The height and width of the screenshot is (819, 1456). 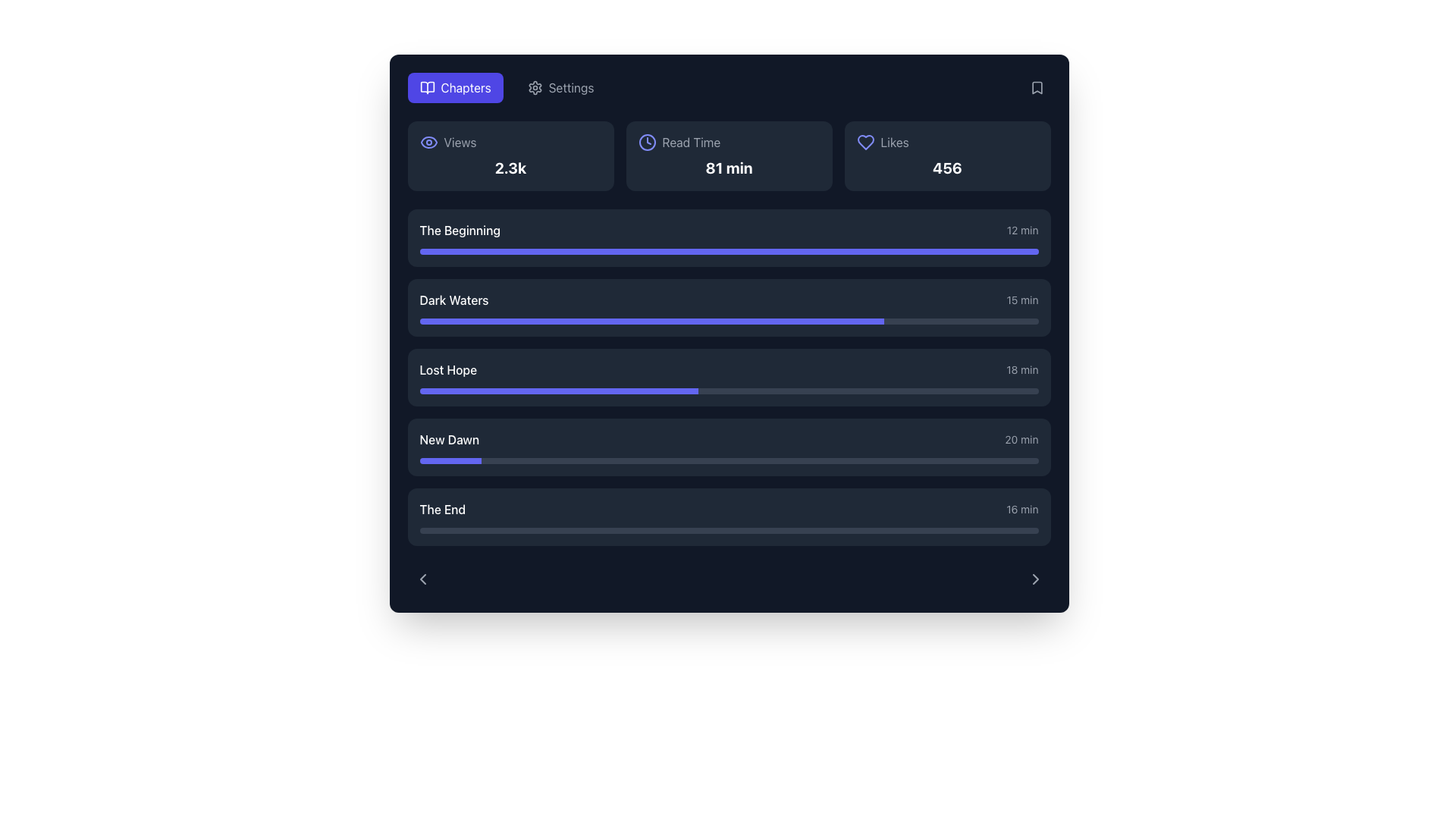 What do you see at coordinates (422, 579) in the screenshot?
I see `the navigation icon button located at the bottom-left corner of the interface to transition to the previous page or section` at bounding box center [422, 579].